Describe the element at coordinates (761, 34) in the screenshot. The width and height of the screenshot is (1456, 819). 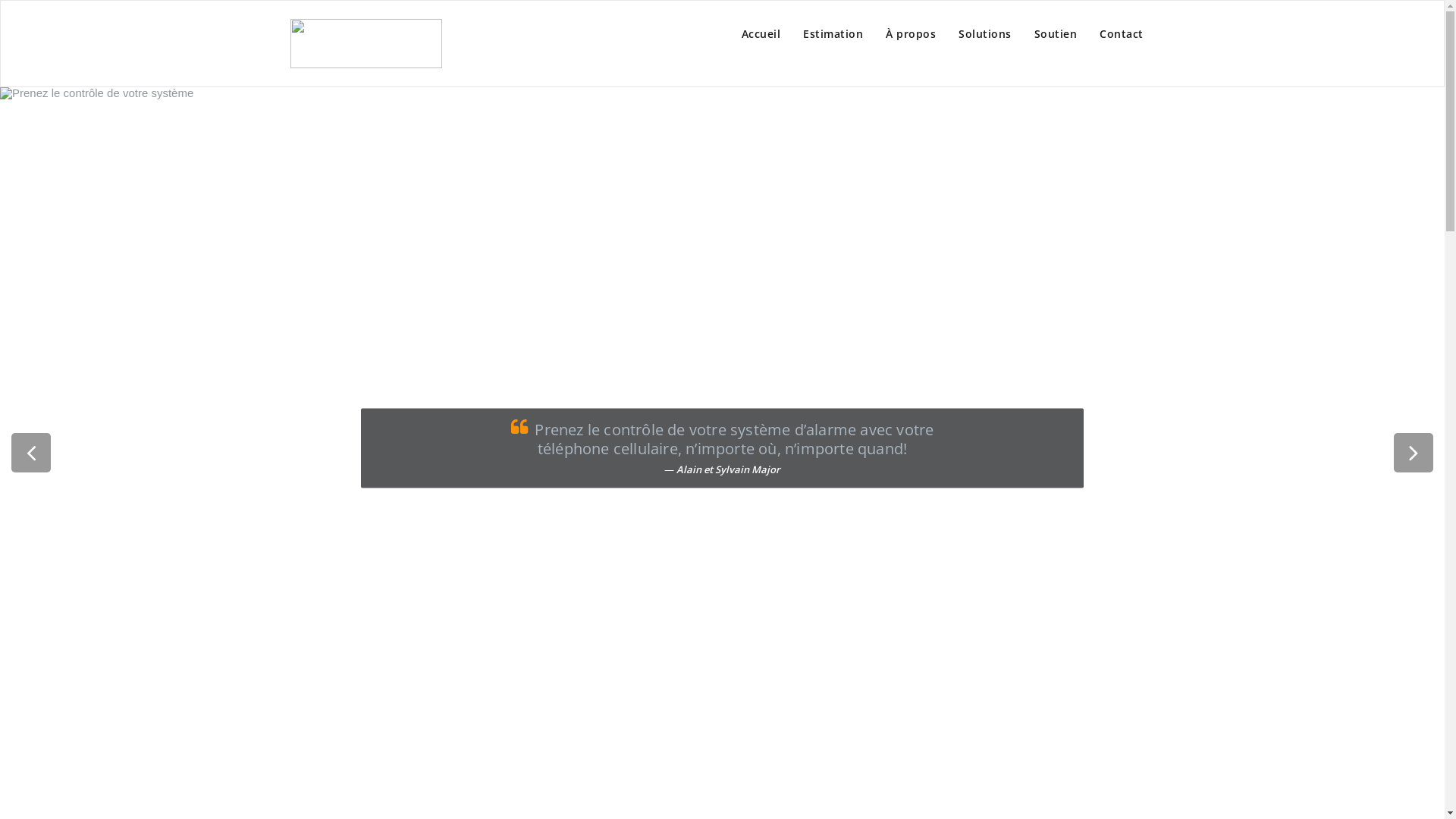
I see `'Accueil'` at that location.